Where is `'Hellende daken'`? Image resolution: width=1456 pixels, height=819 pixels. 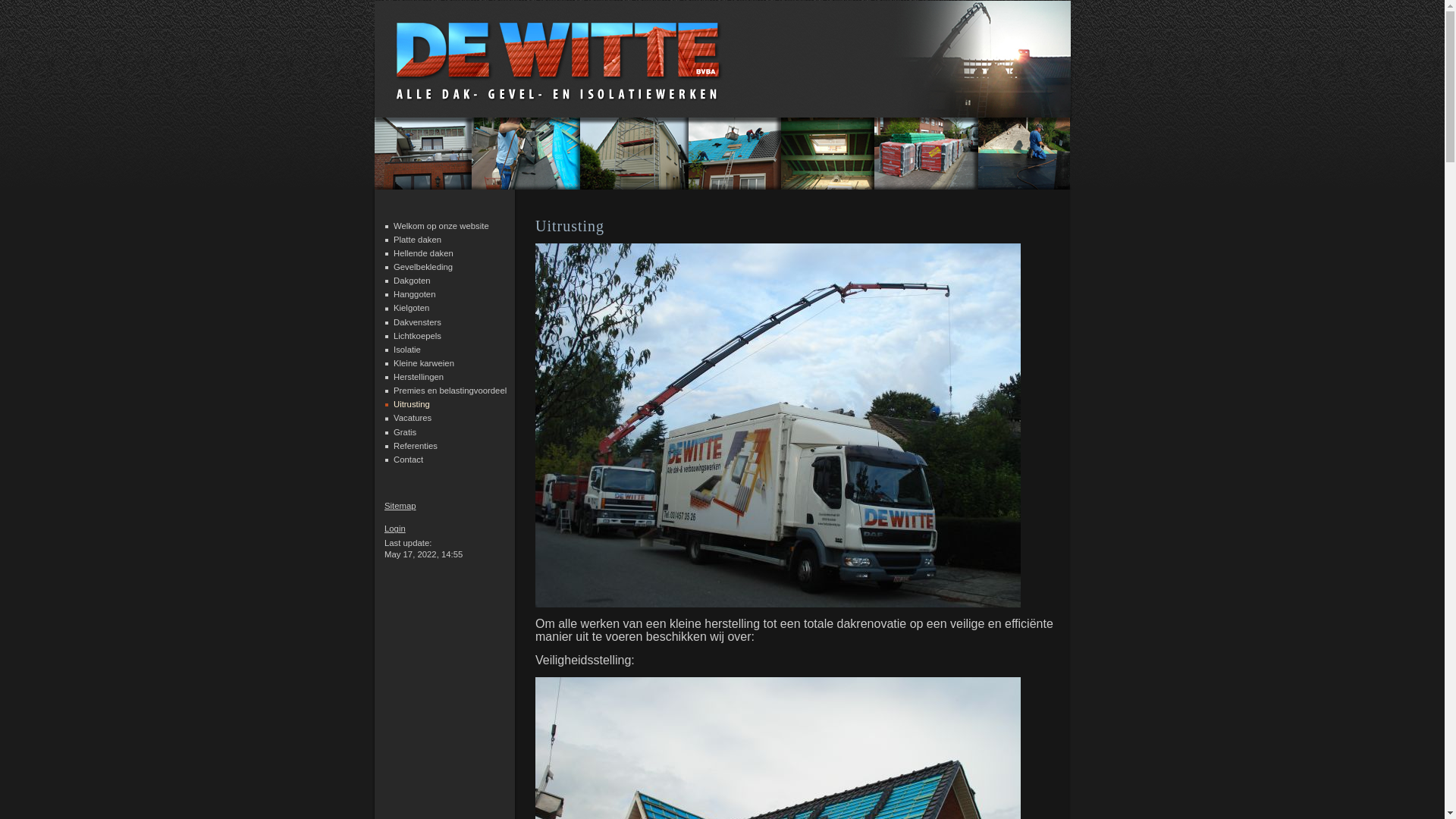
'Hellende daken' is located at coordinates (423, 253).